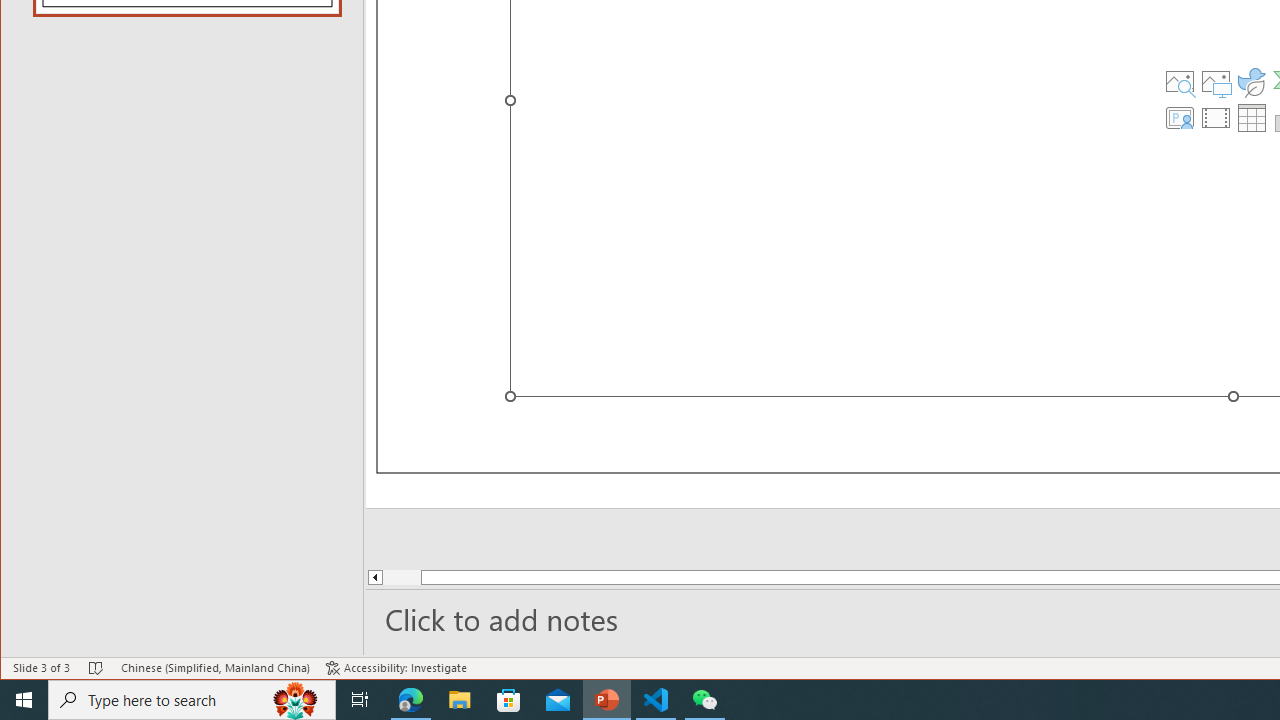 The width and height of the screenshot is (1280, 720). I want to click on 'Insert Video', so click(1215, 118).